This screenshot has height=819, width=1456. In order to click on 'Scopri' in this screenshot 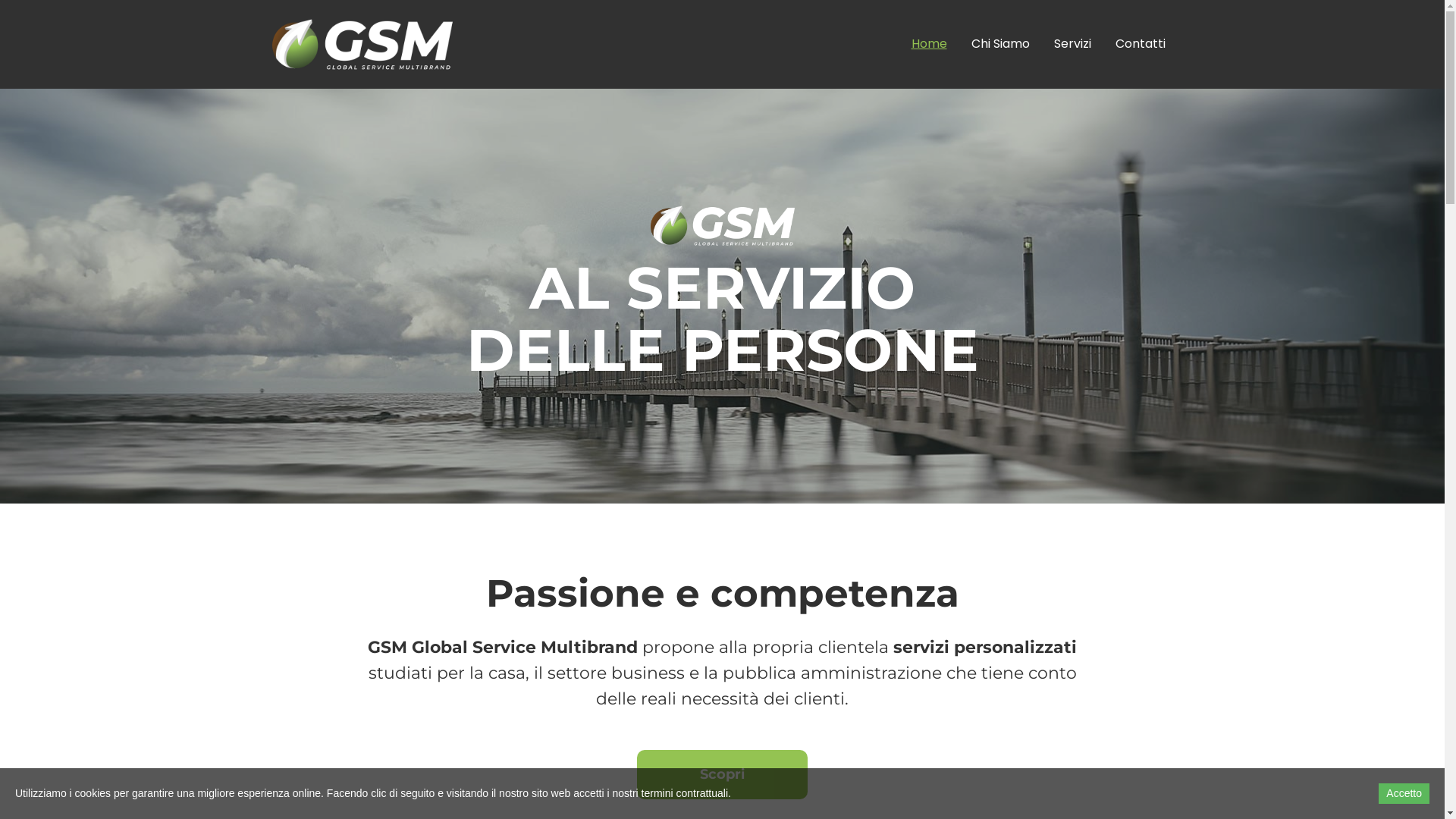, I will do `click(637, 774)`.